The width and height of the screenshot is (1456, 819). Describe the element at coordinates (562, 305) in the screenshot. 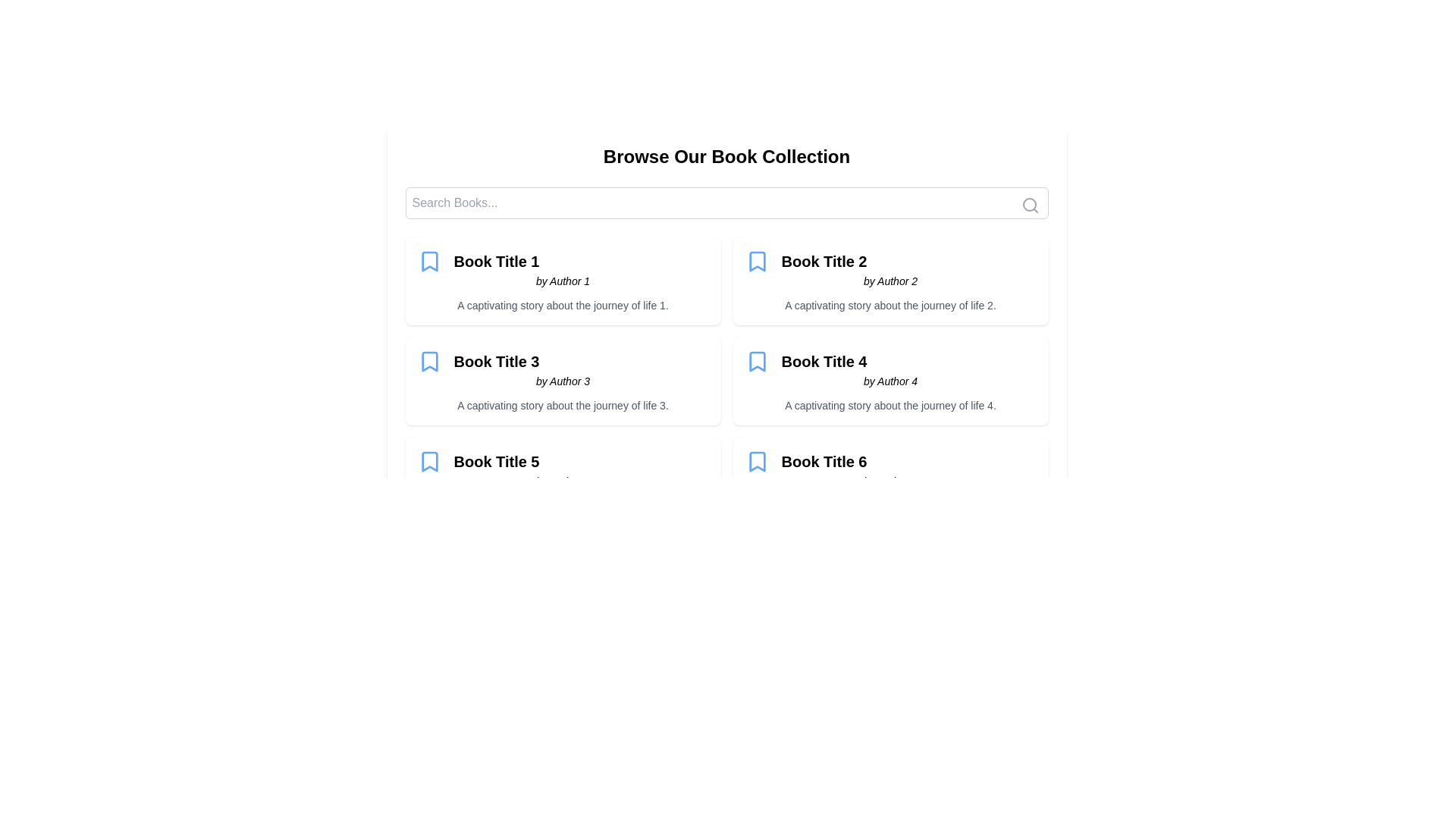

I see `the text label providing a brief description about 'Book Title 1' located in the first grid box of the book list interface` at that location.